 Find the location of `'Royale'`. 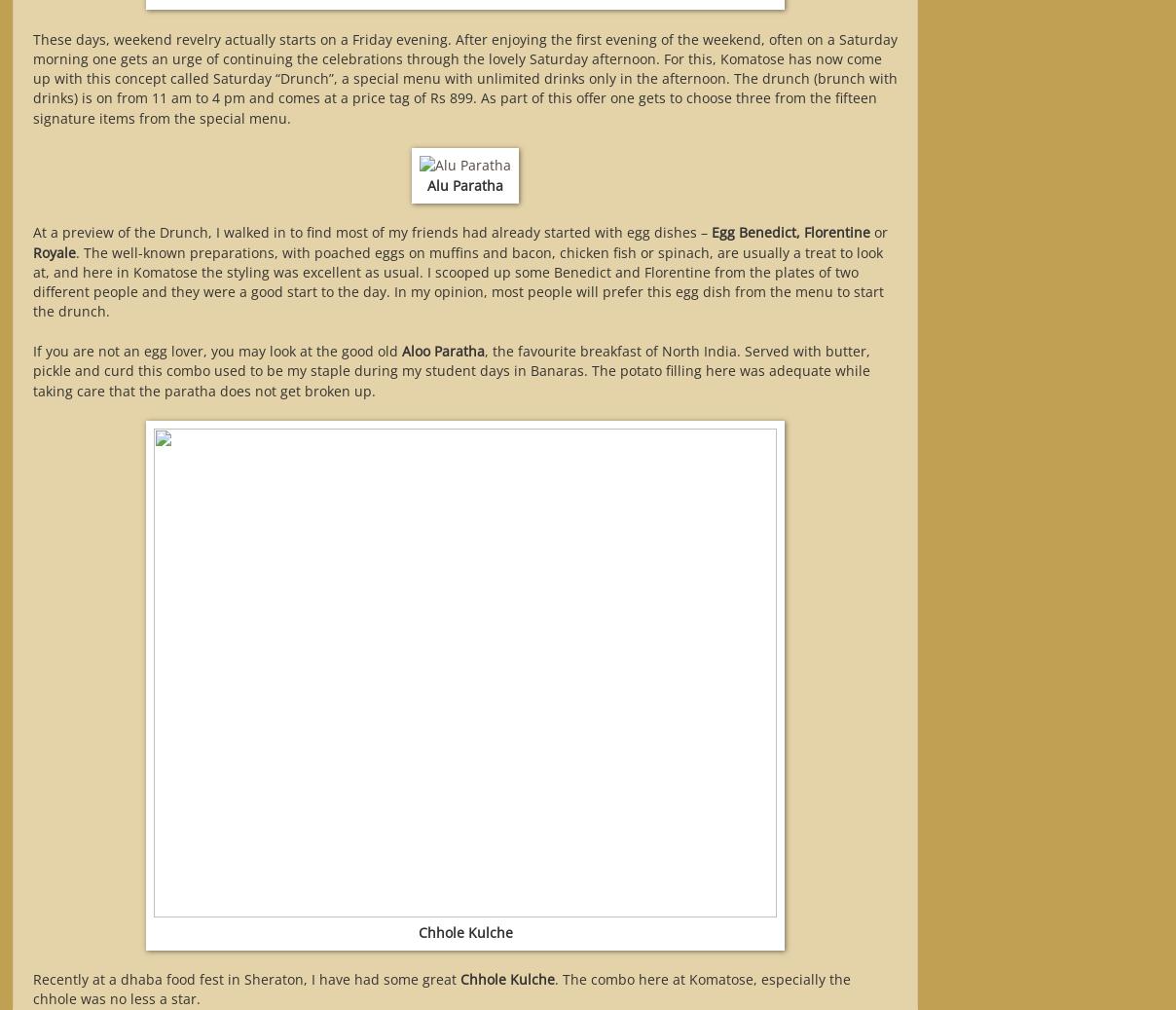

'Royale' is located at coordinates (54, 251).